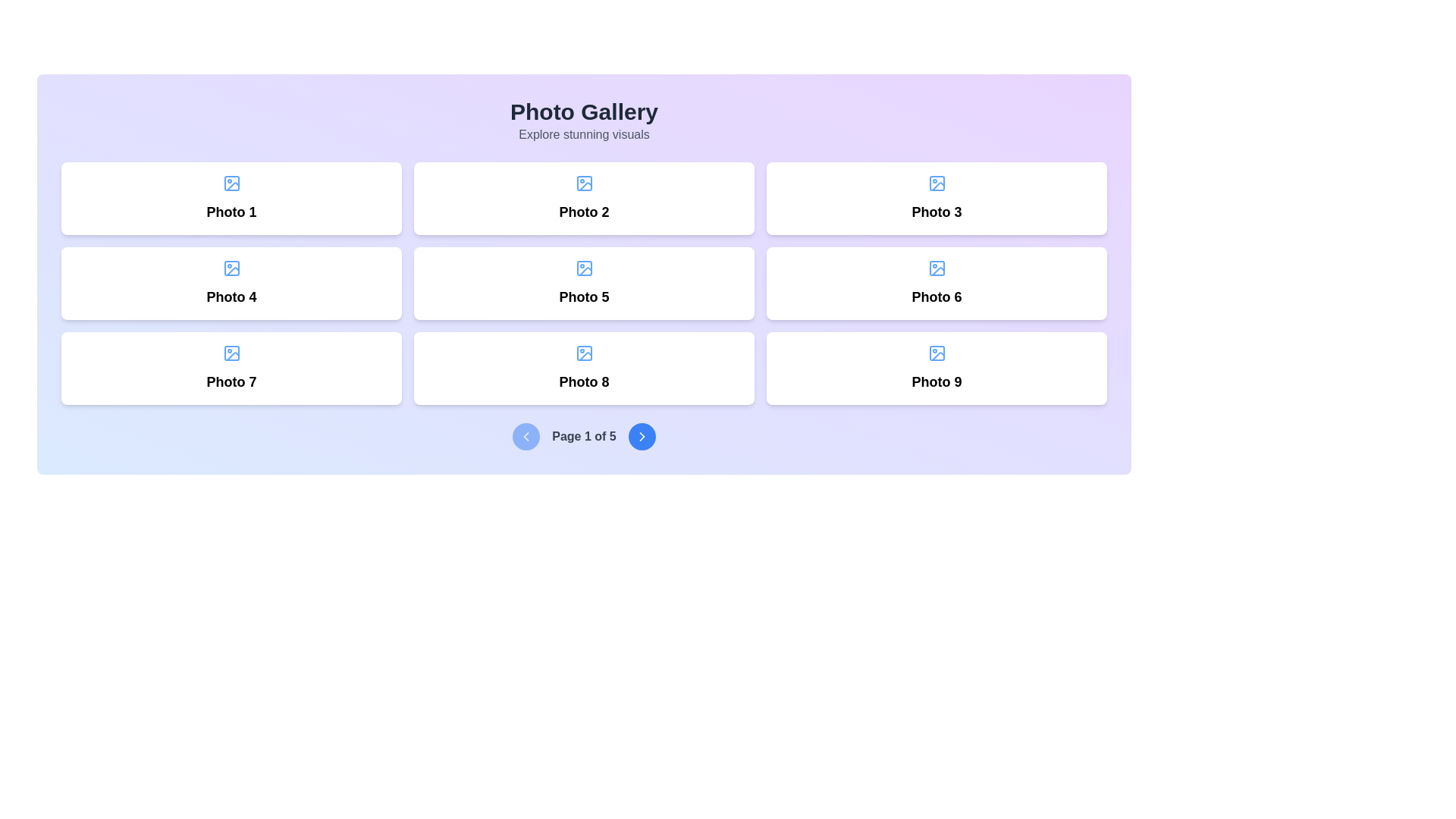 Image resolution: width=1456 pixels, height=819 pixels. What do you see at coordinates (583, 133) in the screenshot?
I see `the text label that says 'Explore stunning visuals', which is located directly below the 'Photo Gallery' text, centered horizontally within the interface` at bounding box center [583, 133].